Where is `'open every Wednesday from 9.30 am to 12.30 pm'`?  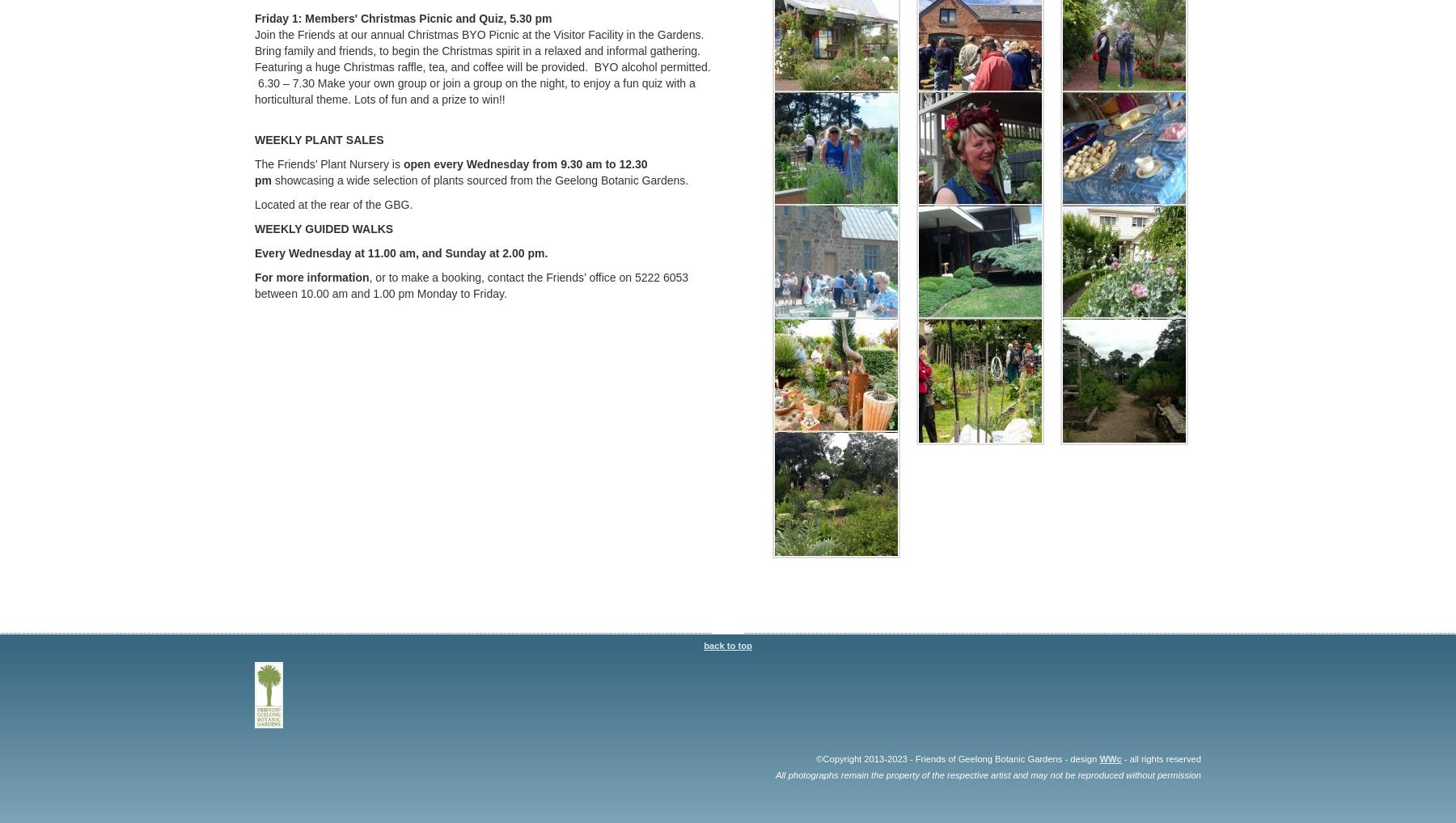 'open every Wednesday from 9.30 am to 12.30 pm' is located at coordinates (450, 172).